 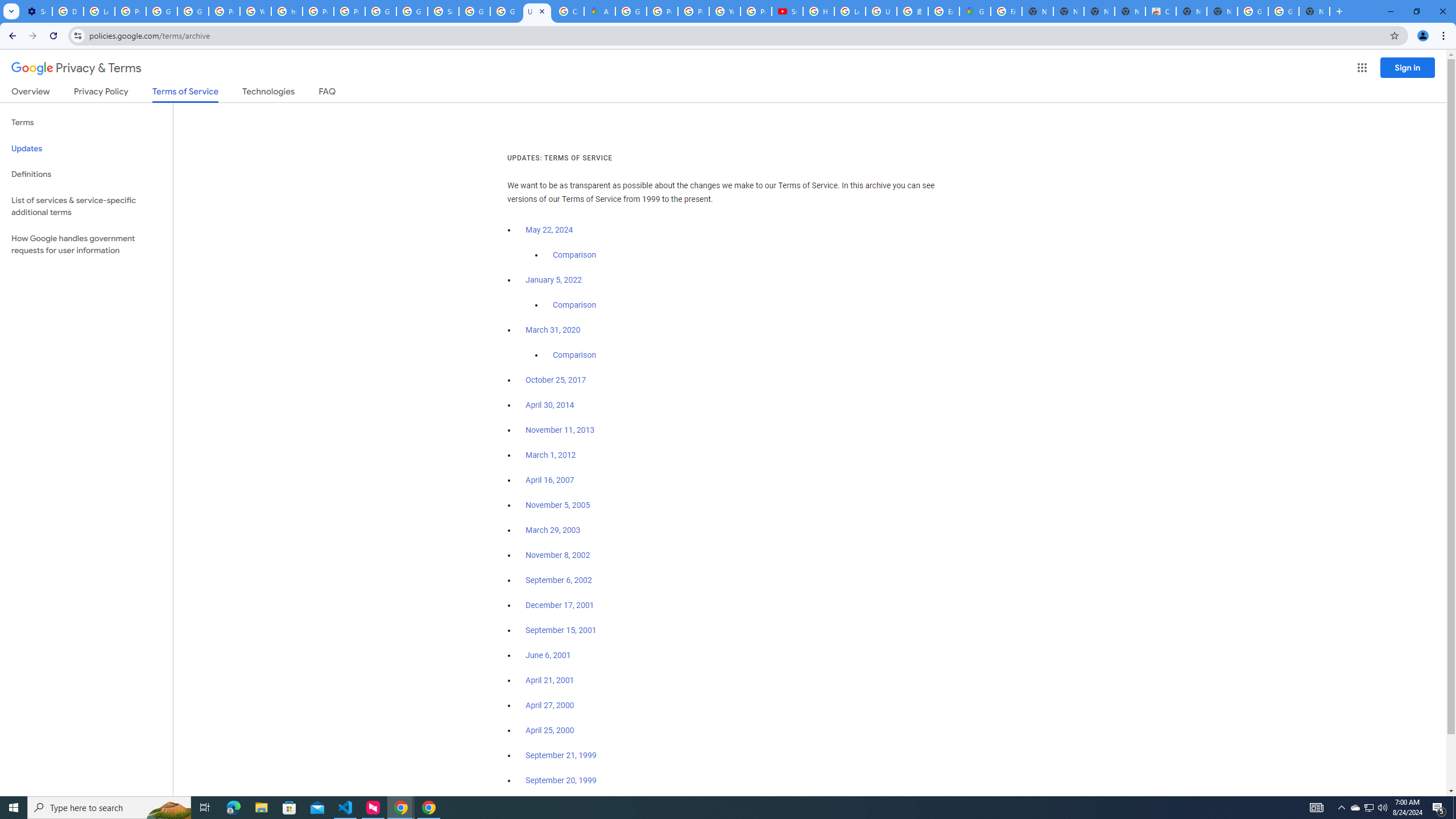 What do you see at coordinates (560, 429) in the screenshot?
I see `'November 11, 2013'` at bounding box center [560, 429].